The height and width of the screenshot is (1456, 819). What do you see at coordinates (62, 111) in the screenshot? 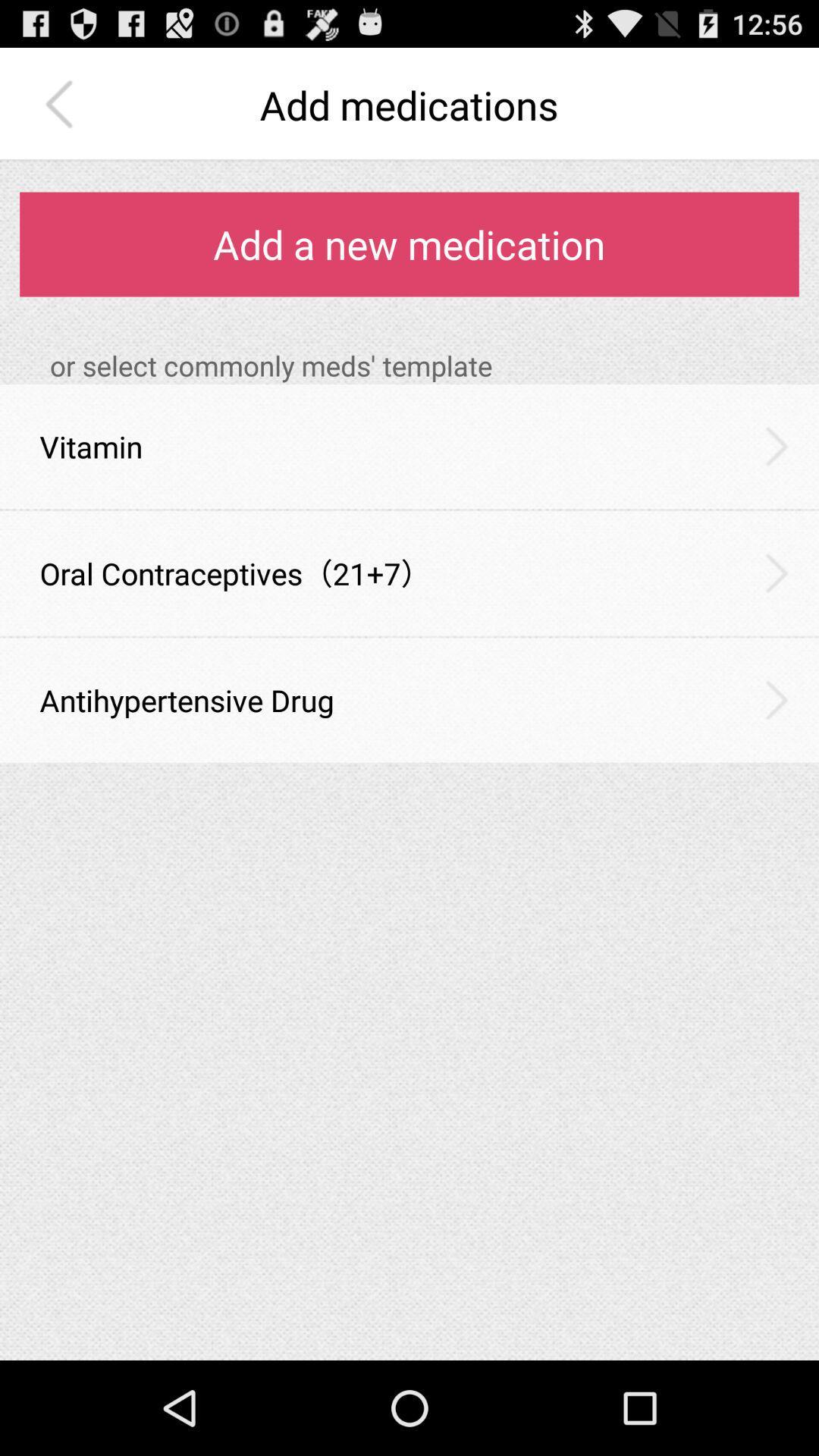
I see `the arrow_backward icon` at bounding box center [62, 111].